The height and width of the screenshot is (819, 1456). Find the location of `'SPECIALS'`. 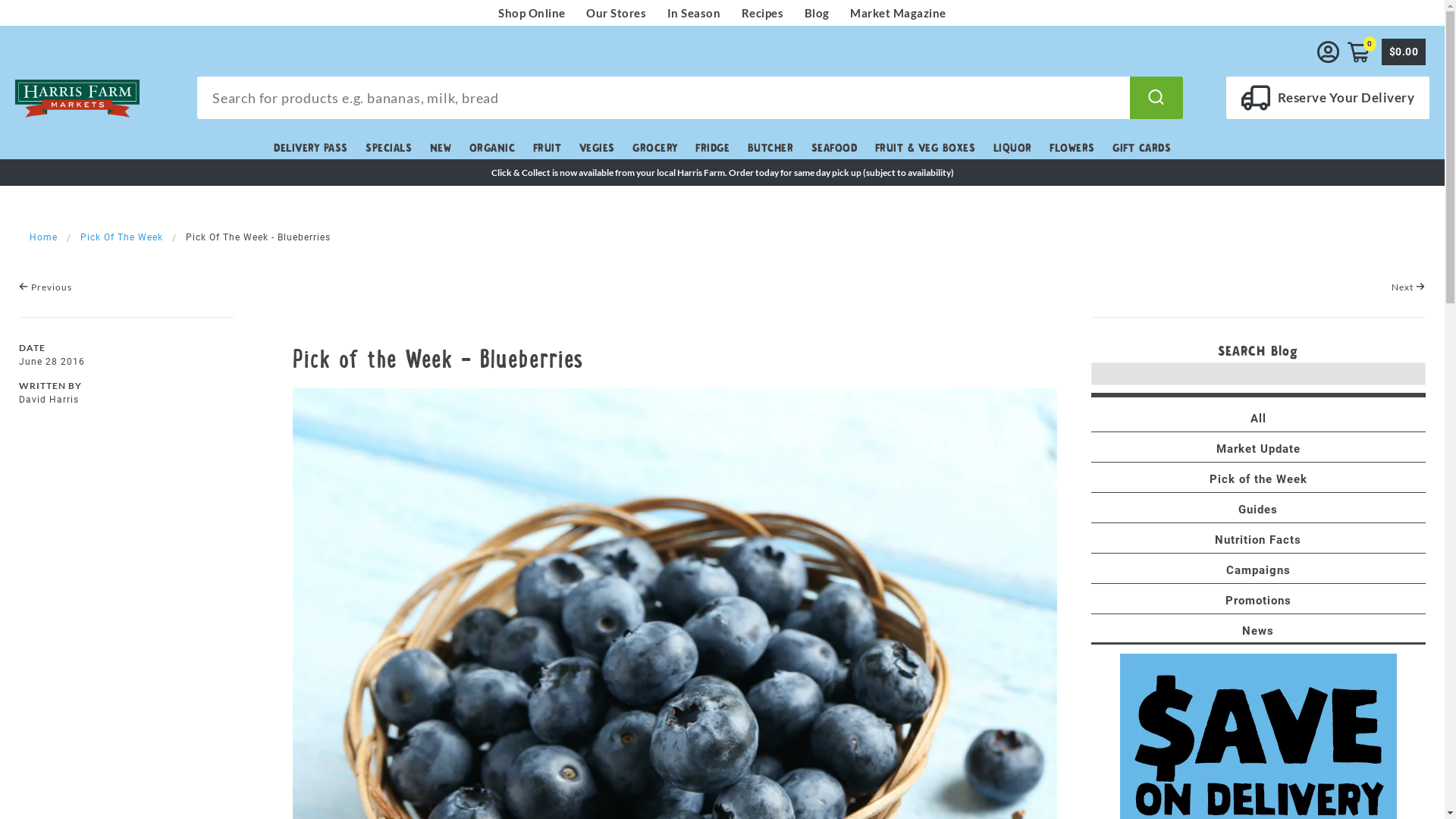

'SPECIALS' is located at coordinates (388, 148).